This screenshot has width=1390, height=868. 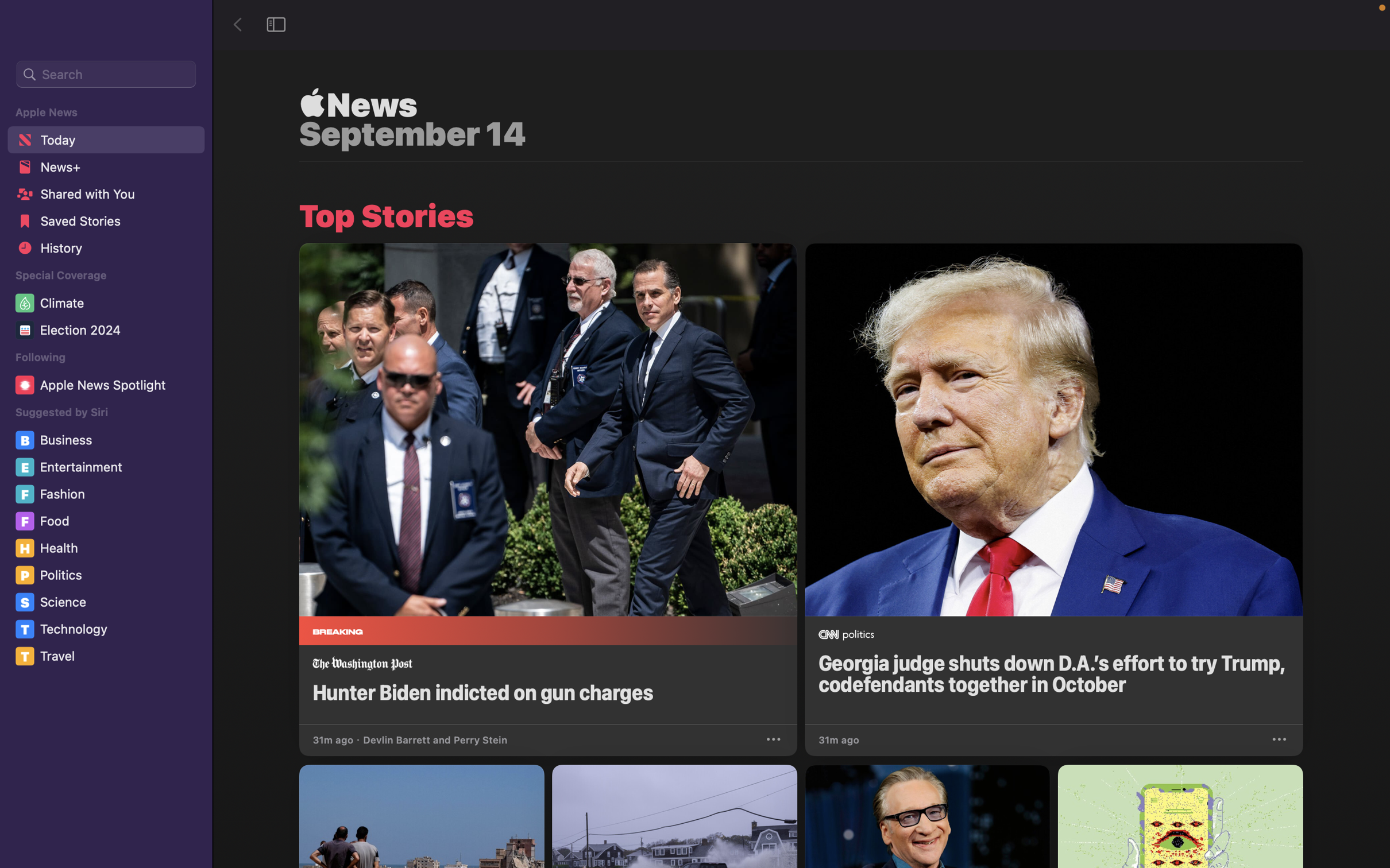 What do you see at coordinates (105, 138) in the screenshot?
I see `the "Today" category` at bounding box center [105, 138].